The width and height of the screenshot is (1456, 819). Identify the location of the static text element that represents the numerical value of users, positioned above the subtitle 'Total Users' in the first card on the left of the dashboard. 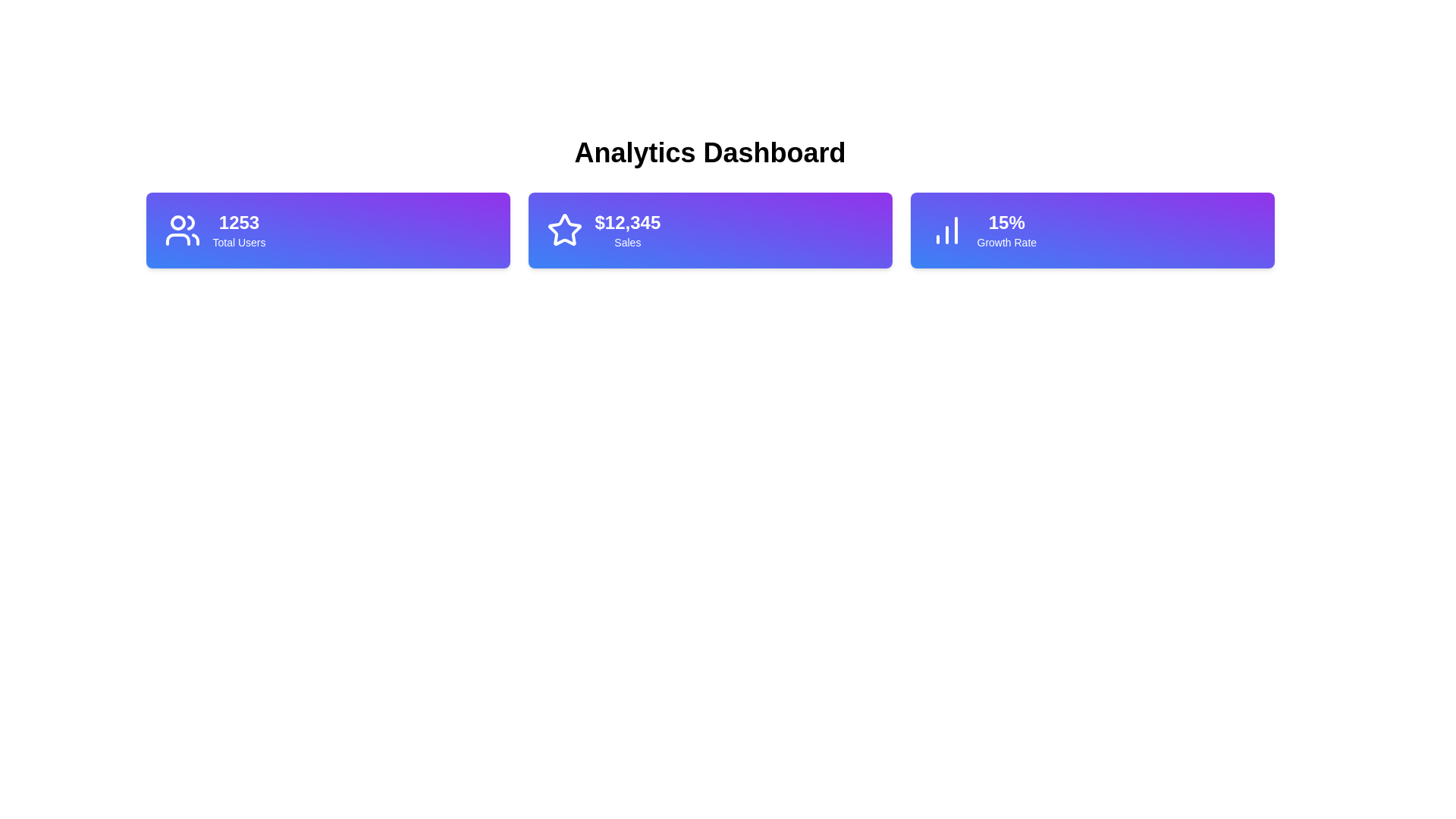
(238, 222).